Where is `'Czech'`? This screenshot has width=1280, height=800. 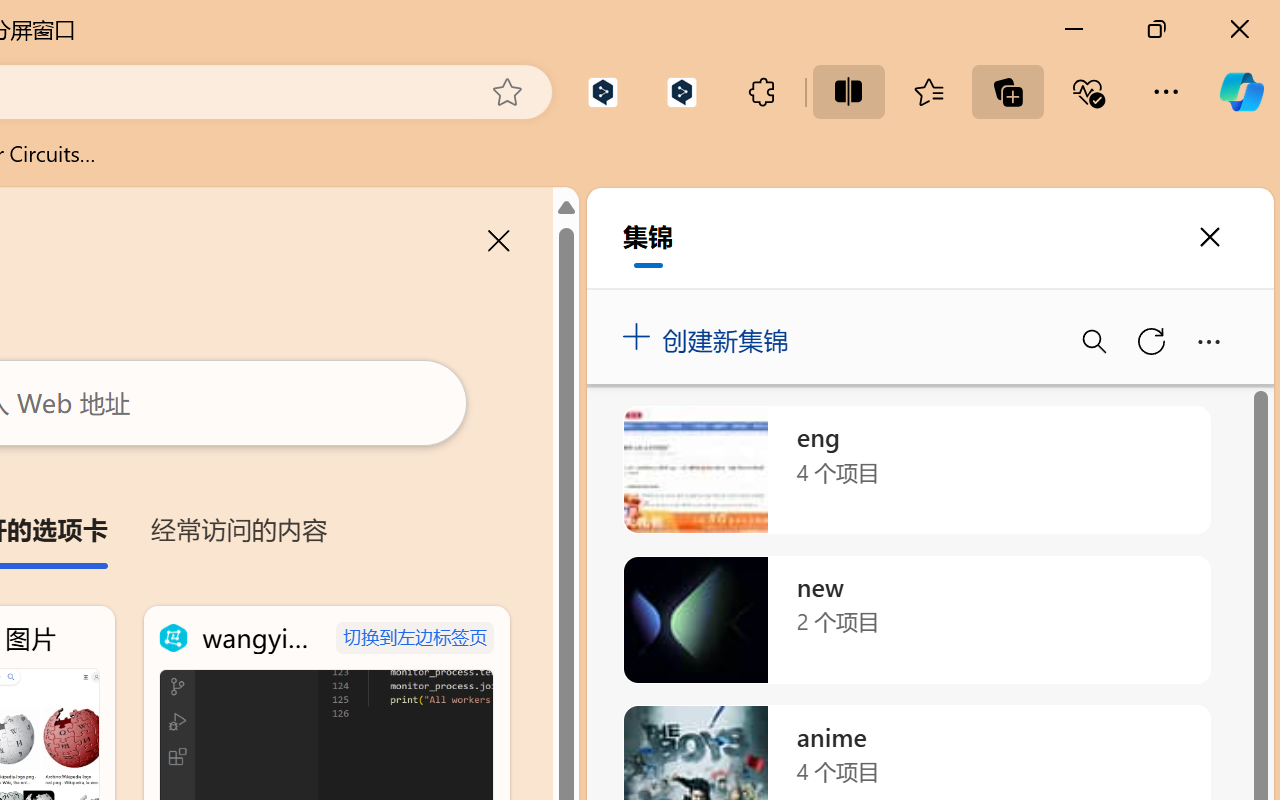
'Czech' is located at coordinates (991, 454).